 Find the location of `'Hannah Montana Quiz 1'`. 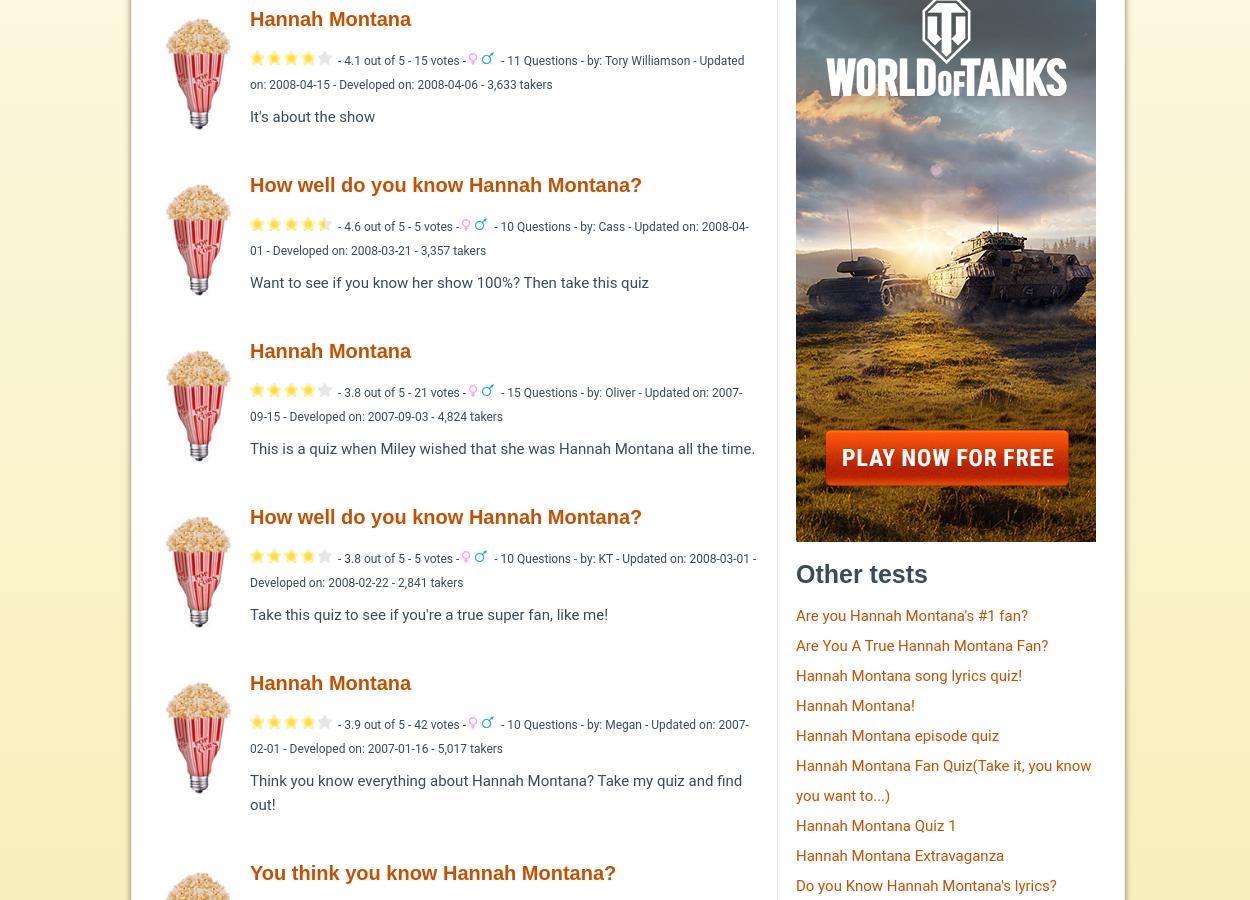

'Hannah Montana Quiz 1' is located at coordinates (876, 826).